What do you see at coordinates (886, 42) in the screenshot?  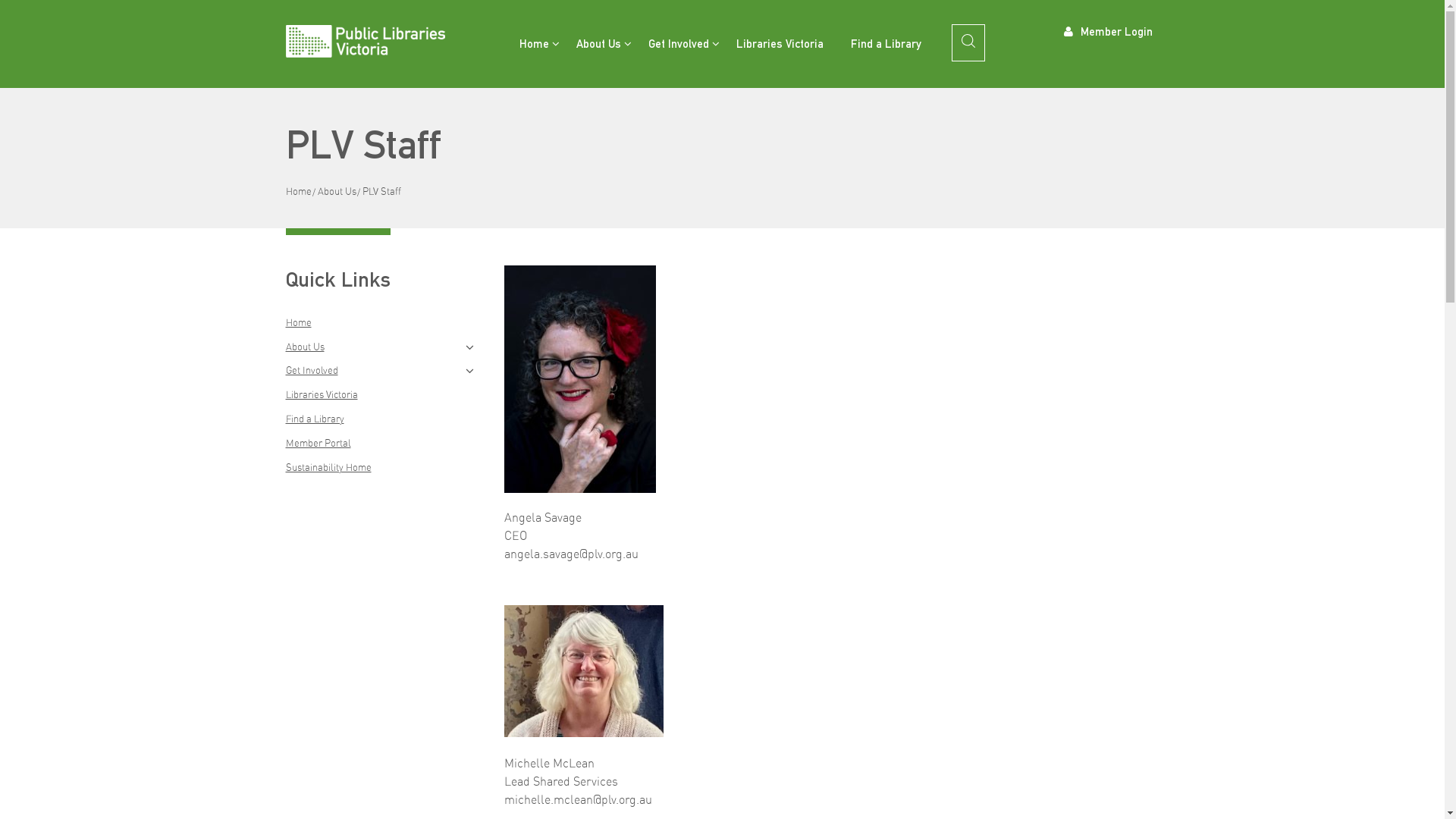 I see `'Find a Library'` at bounding box center [886, 42].